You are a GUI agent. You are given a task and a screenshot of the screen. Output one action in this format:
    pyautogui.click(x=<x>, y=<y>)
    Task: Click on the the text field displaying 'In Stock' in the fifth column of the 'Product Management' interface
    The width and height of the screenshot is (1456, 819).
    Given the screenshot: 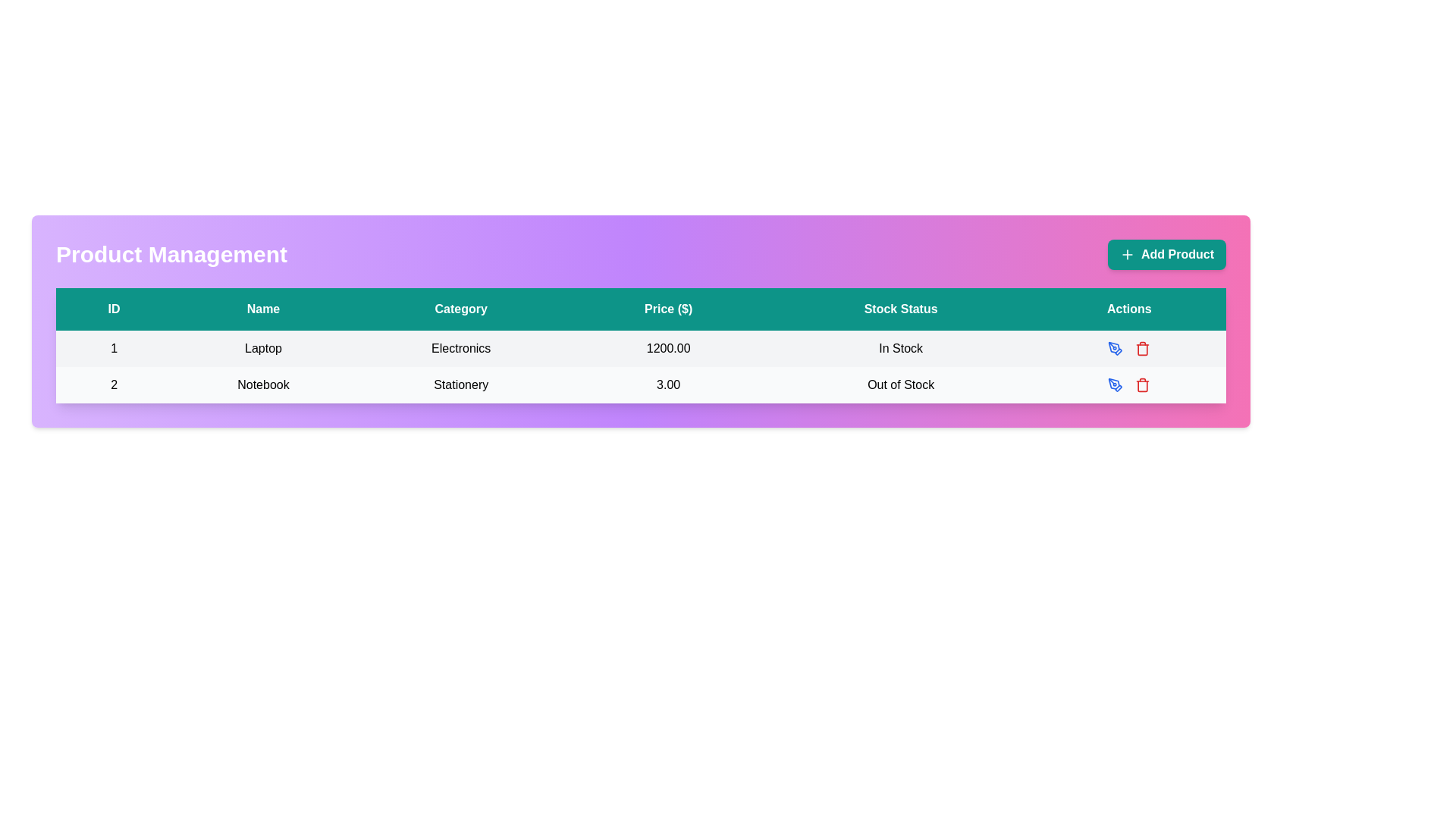 What is the action you would take?
    pyautogui.click(x=901, y=348)
    